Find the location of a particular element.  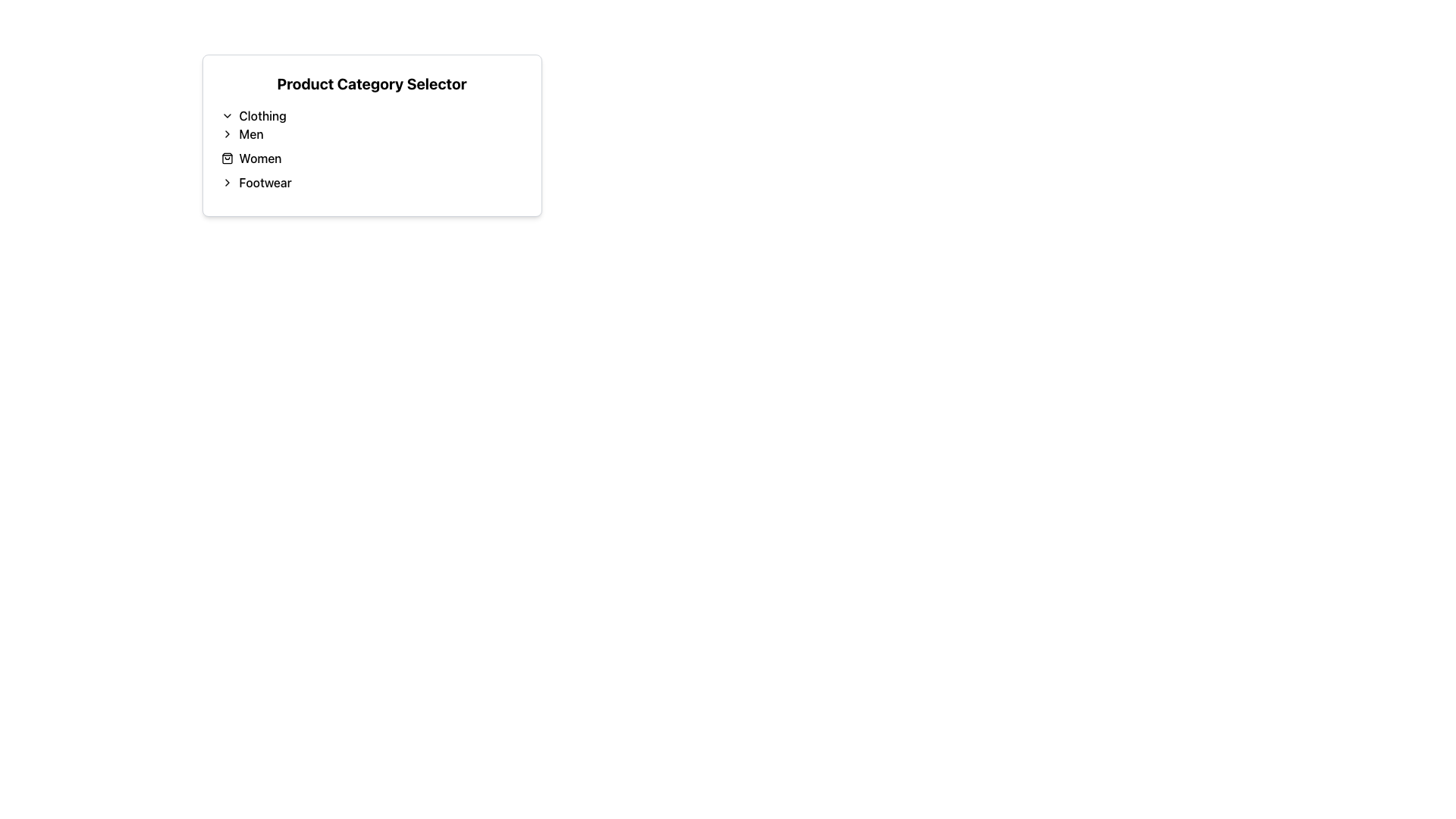

the downward-pointing chevron icon located to the left of the text label 'Clothing' is located at coordinates (226, 115).